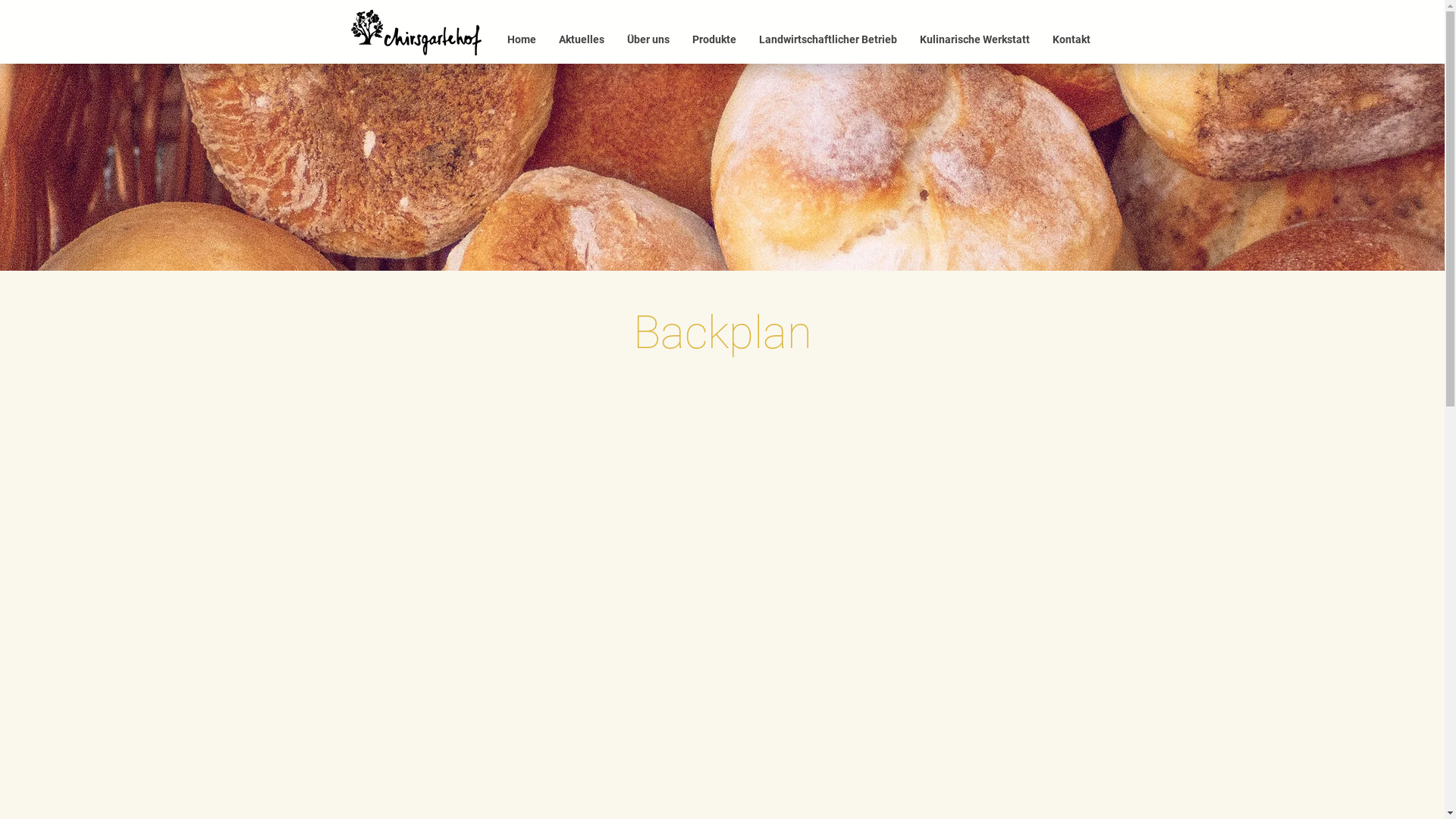 This screenshot has height=819, width=1456. What do you see at coordinates (1069, 39) in the screenshot?
I see `'Kontakt'` at bounding box center [1069, 39].